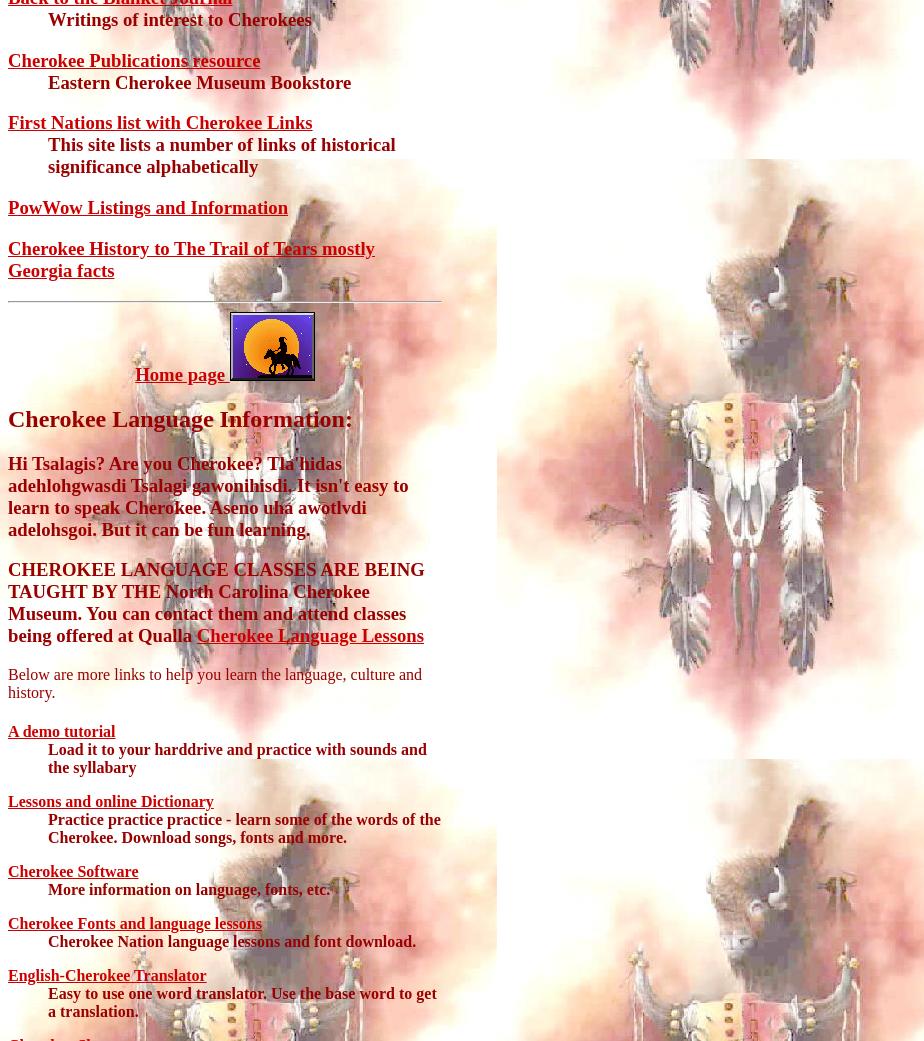  Describe the element at coordinates (244, 828) in the screenshot. I see `'Practice practice practice - learn some of the words of the Cherokee. Download songs, fonts and more.'` at that location.